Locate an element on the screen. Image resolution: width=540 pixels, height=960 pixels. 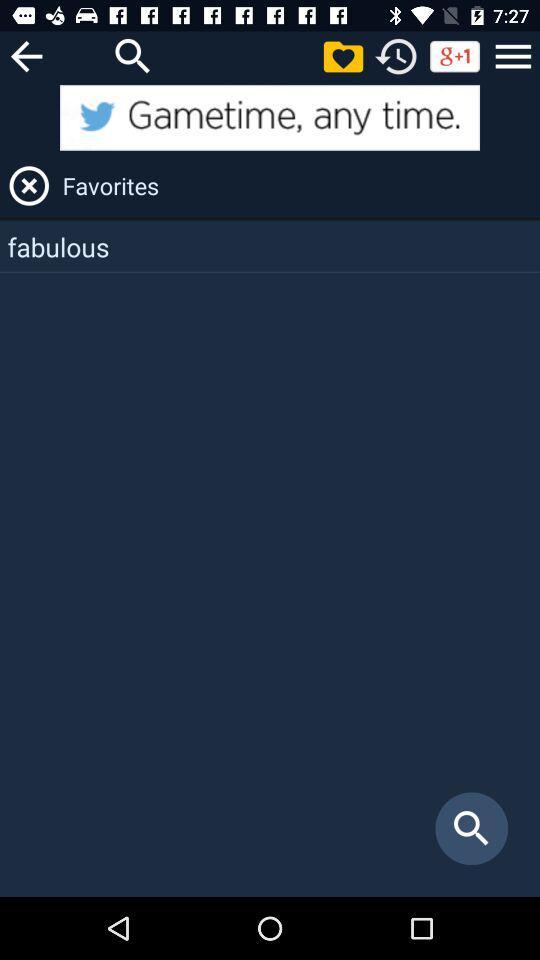
the menu icon is located at coordinates (513, 55).